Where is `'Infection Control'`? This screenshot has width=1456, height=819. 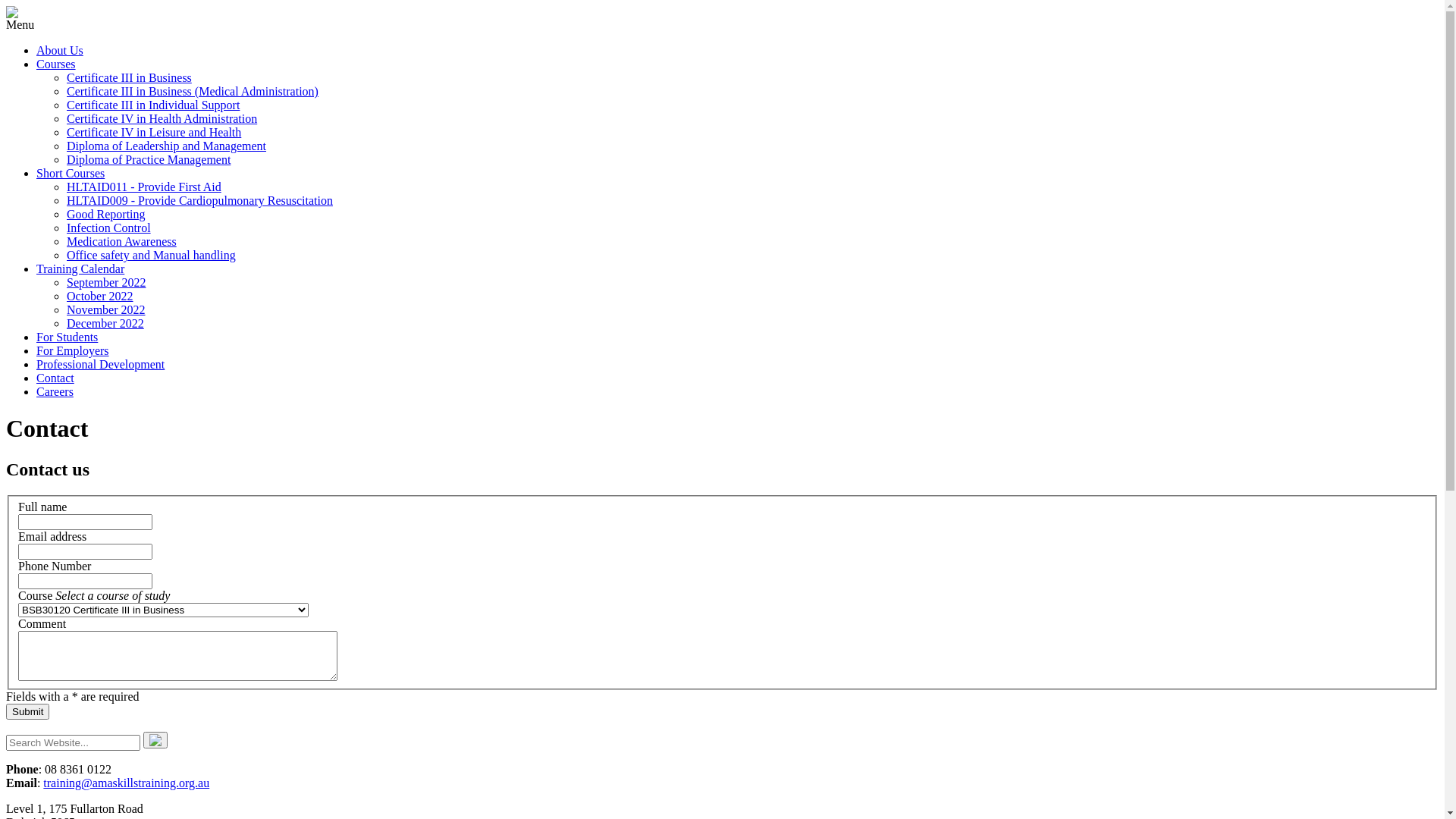 'Infection Control' is located at coordinates (108, 227).